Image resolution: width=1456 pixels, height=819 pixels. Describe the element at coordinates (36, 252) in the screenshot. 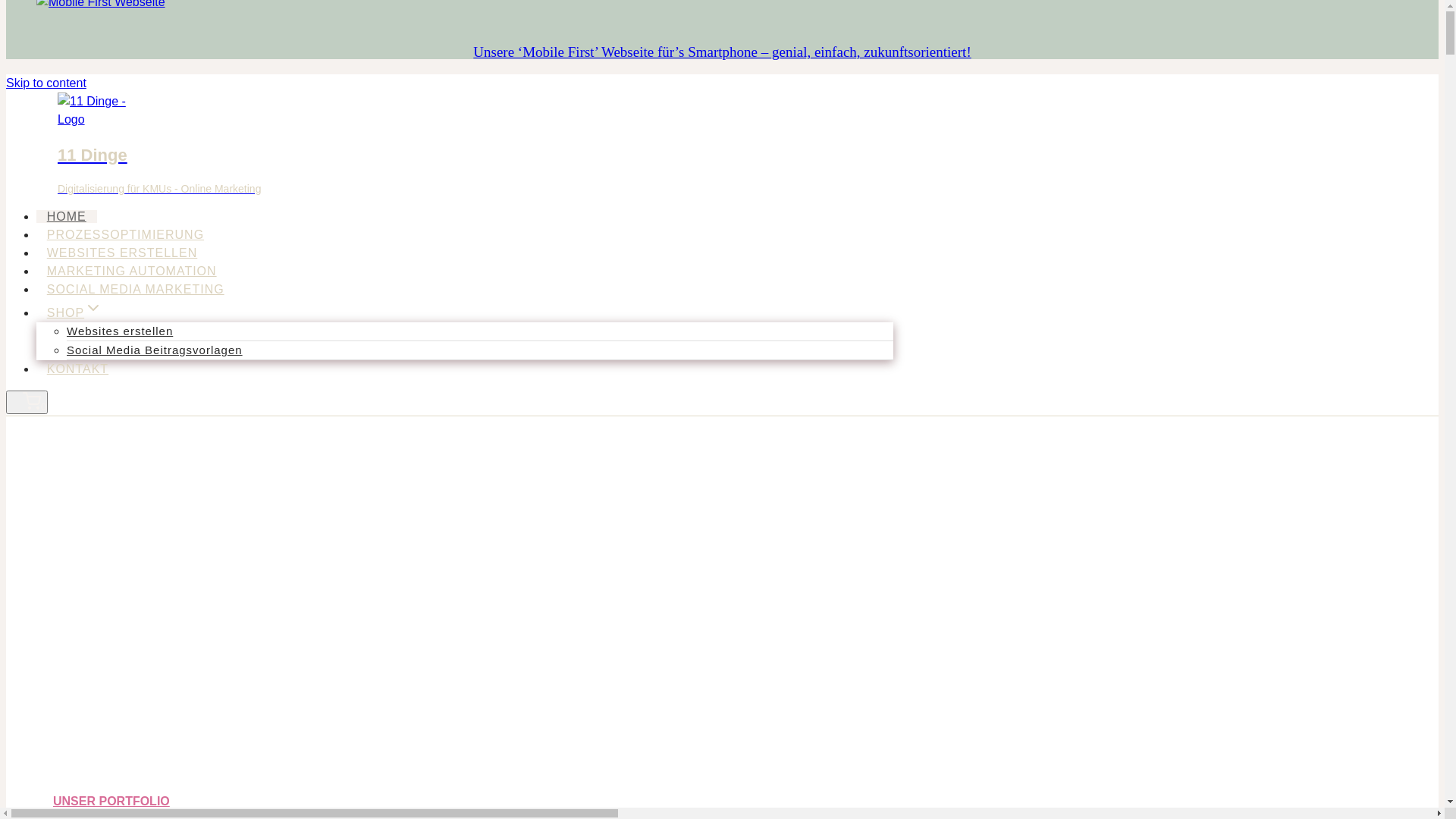

I see `'WEBSITES ERSTELLEN'` at that location.